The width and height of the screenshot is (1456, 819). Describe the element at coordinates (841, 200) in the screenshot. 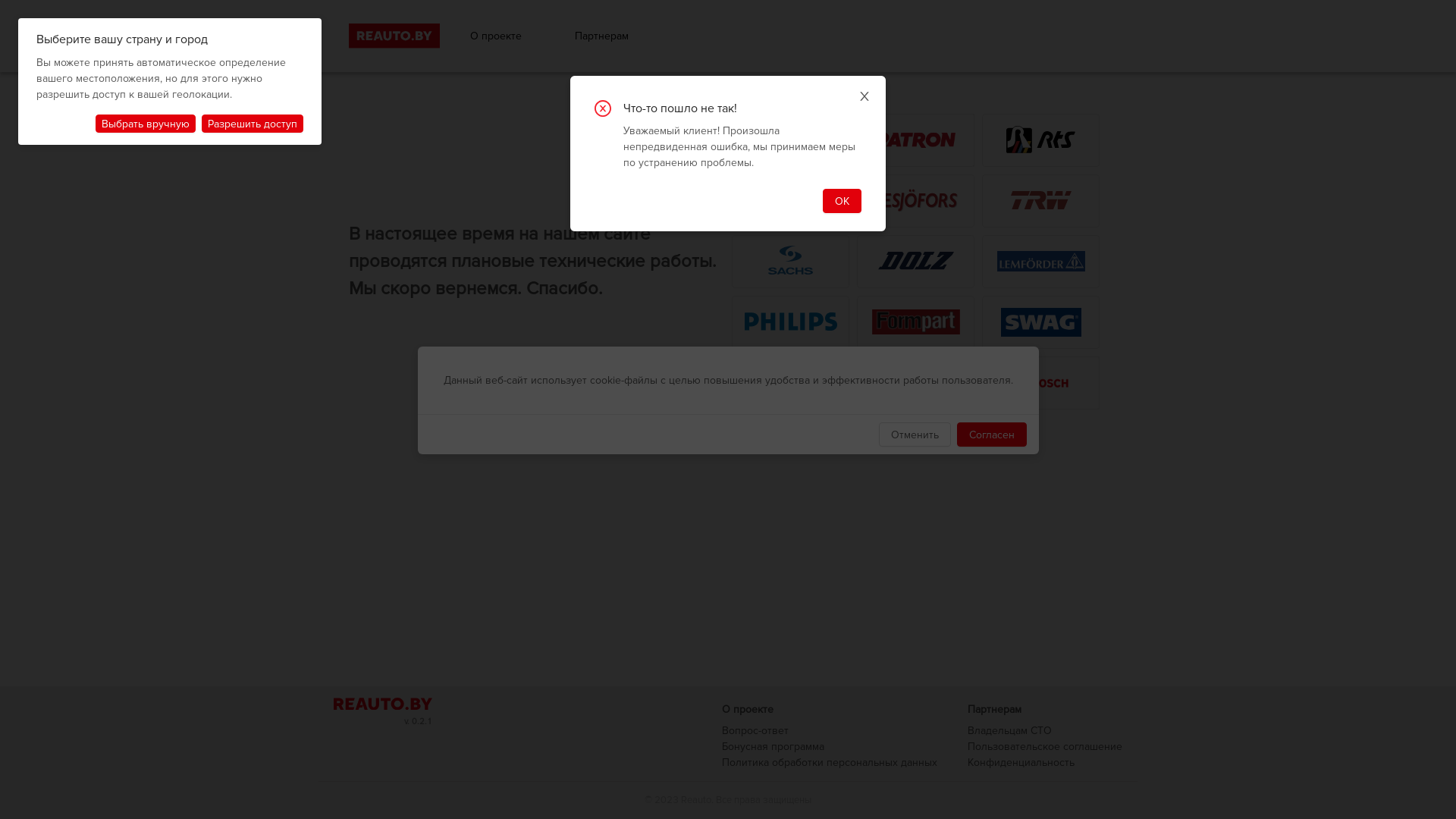

I see `'OK'` at that location.